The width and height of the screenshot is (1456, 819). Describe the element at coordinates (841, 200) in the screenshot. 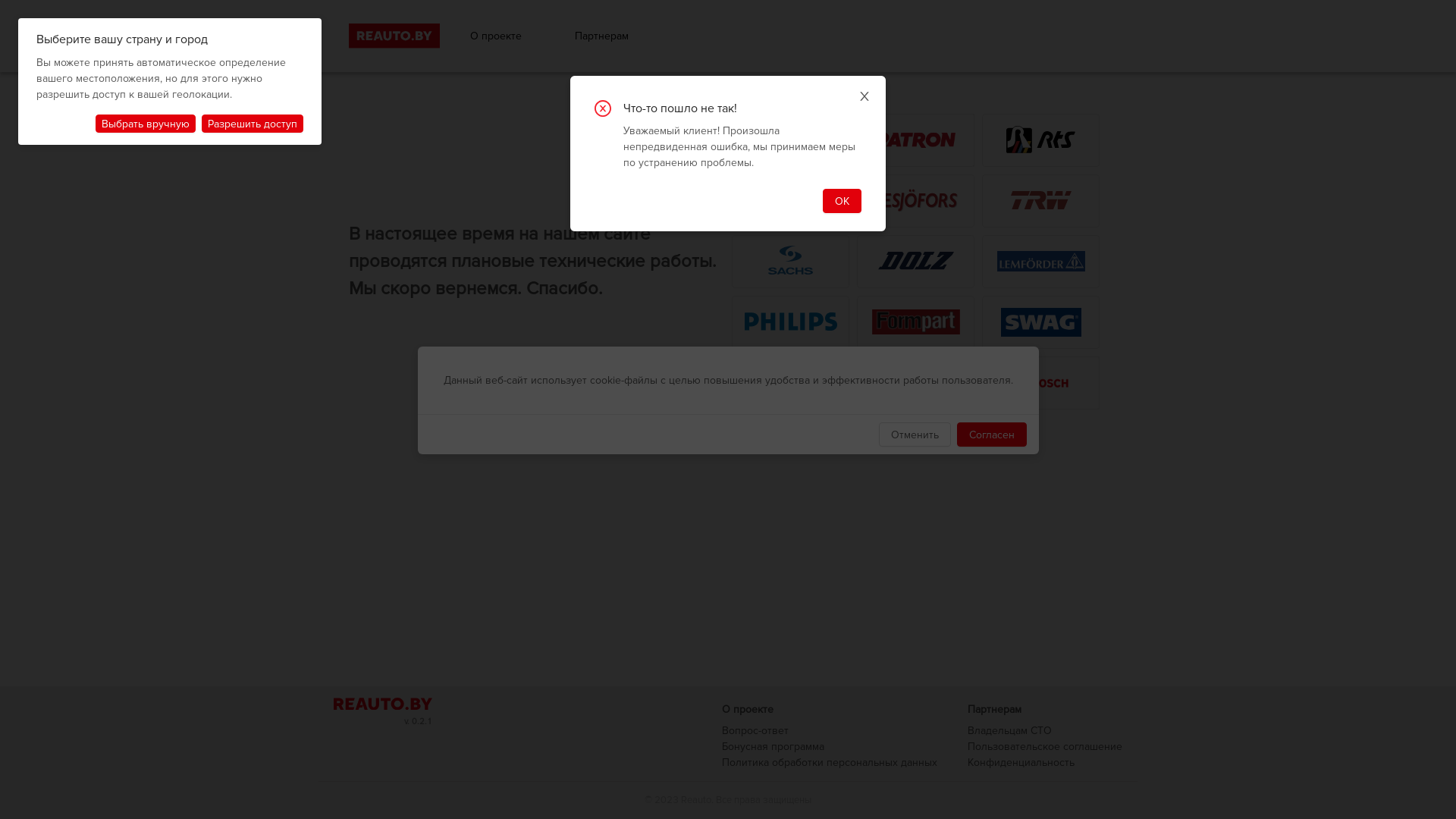

I see `'OK'` at that location.